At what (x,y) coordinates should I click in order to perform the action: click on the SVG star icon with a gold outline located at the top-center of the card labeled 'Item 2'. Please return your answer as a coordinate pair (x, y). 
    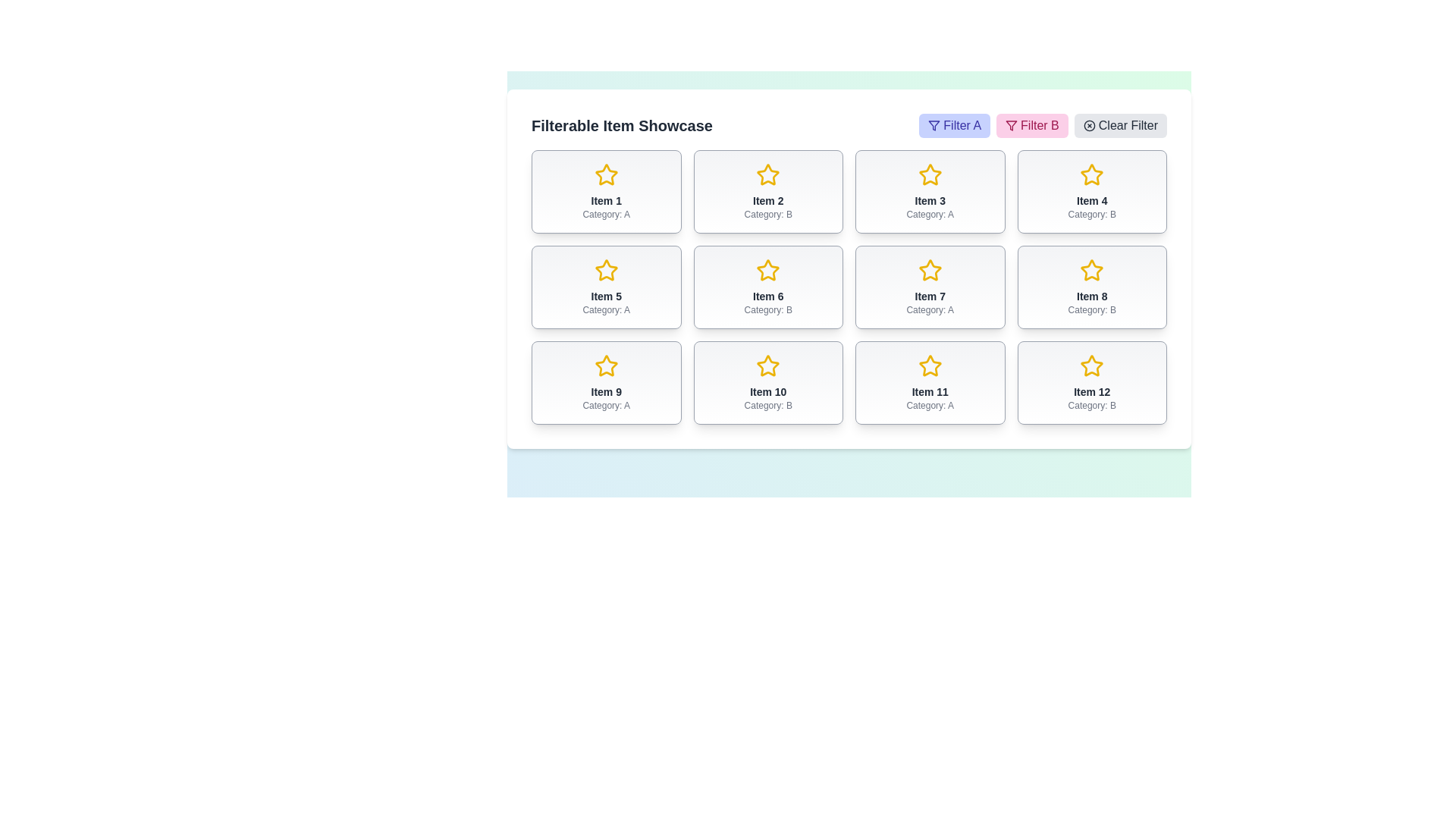
    Looking at the image, I should click on (768, 174).